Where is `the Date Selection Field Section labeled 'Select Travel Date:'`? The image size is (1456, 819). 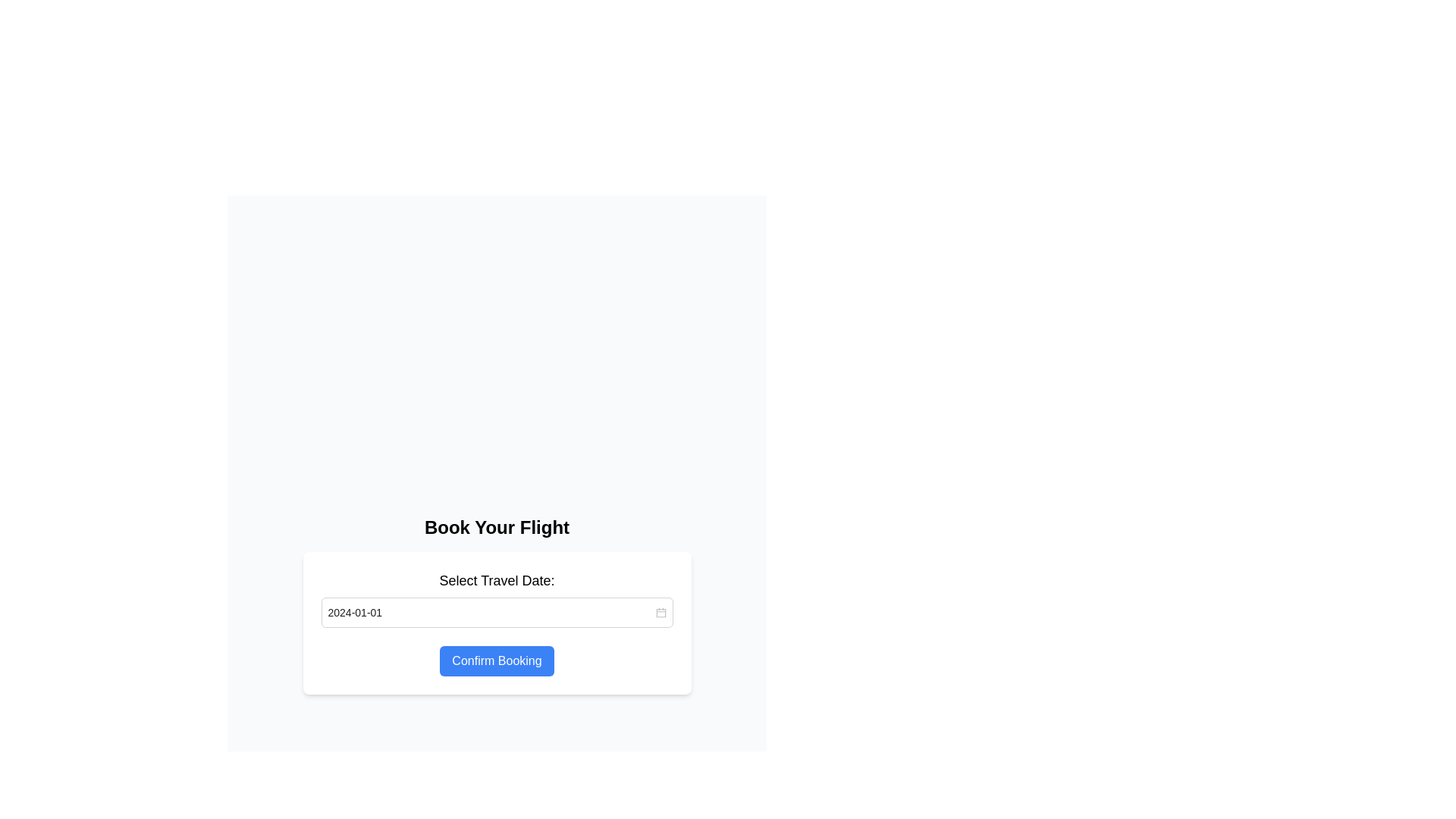 the Date Selection Field Section labeled 'Select Travel Date:' is located at coordinates (497, 598).